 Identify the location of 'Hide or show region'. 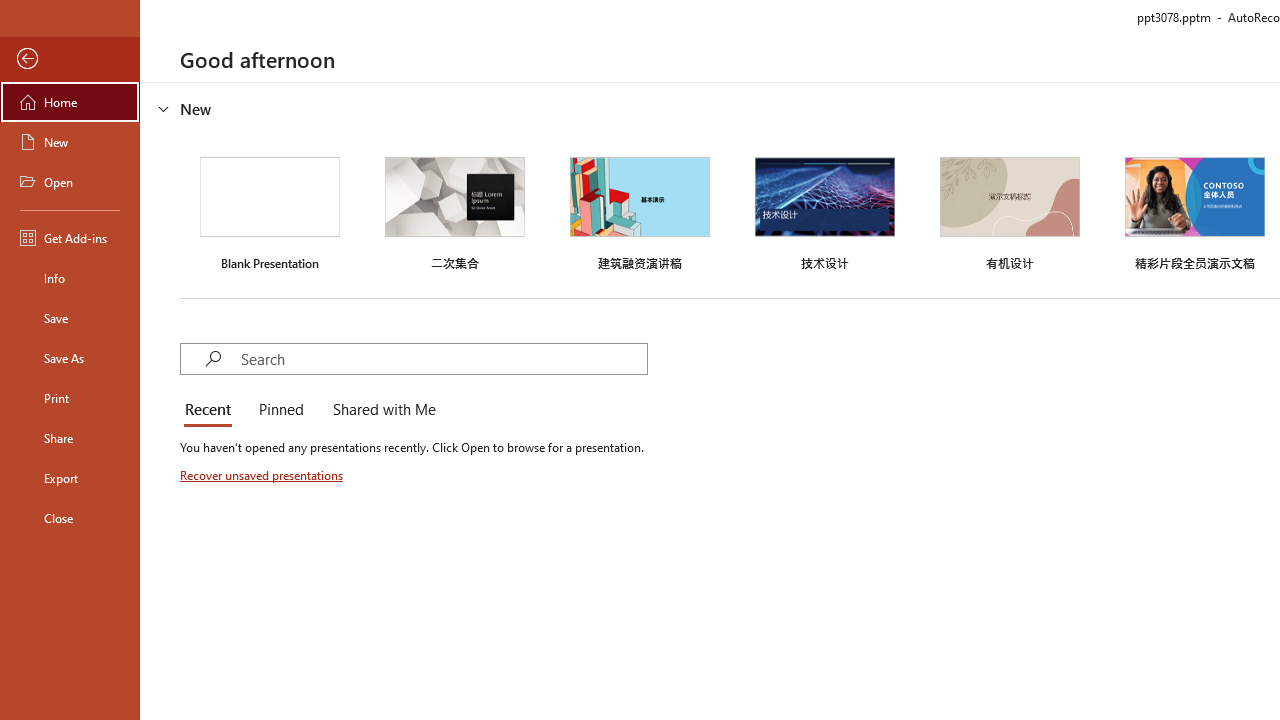
(164, 109).